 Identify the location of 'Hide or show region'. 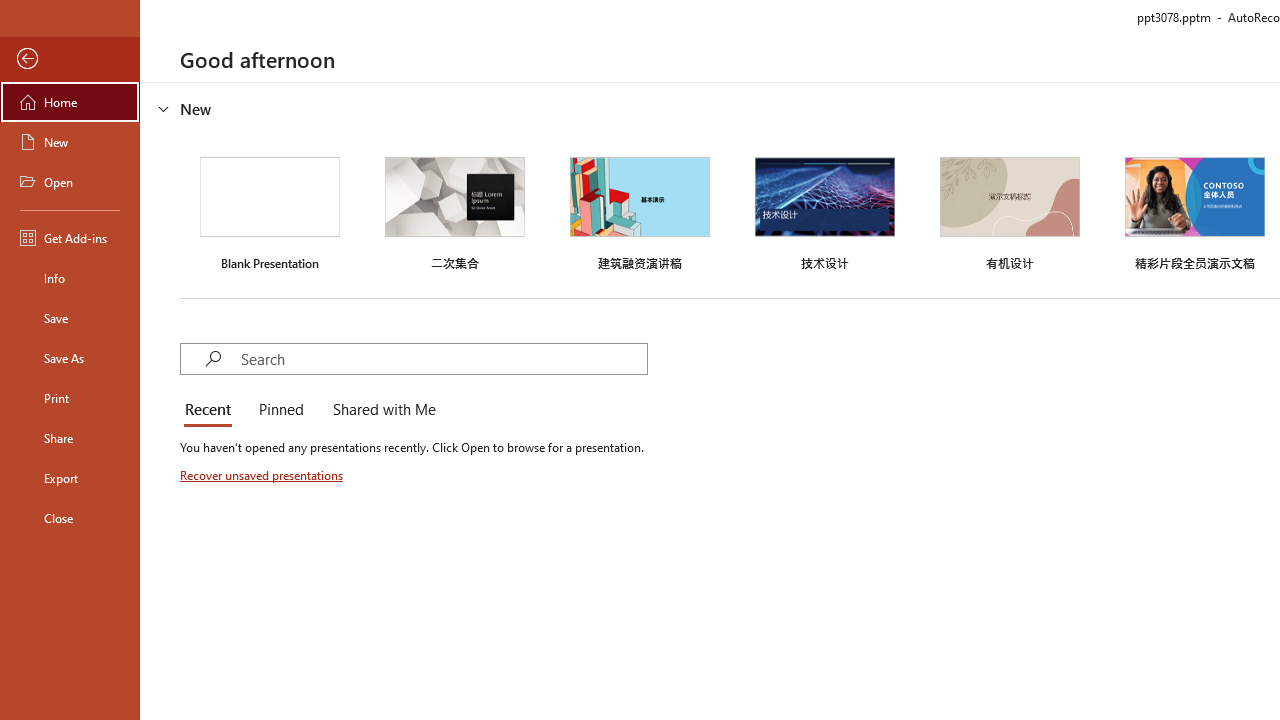
(164, 109).